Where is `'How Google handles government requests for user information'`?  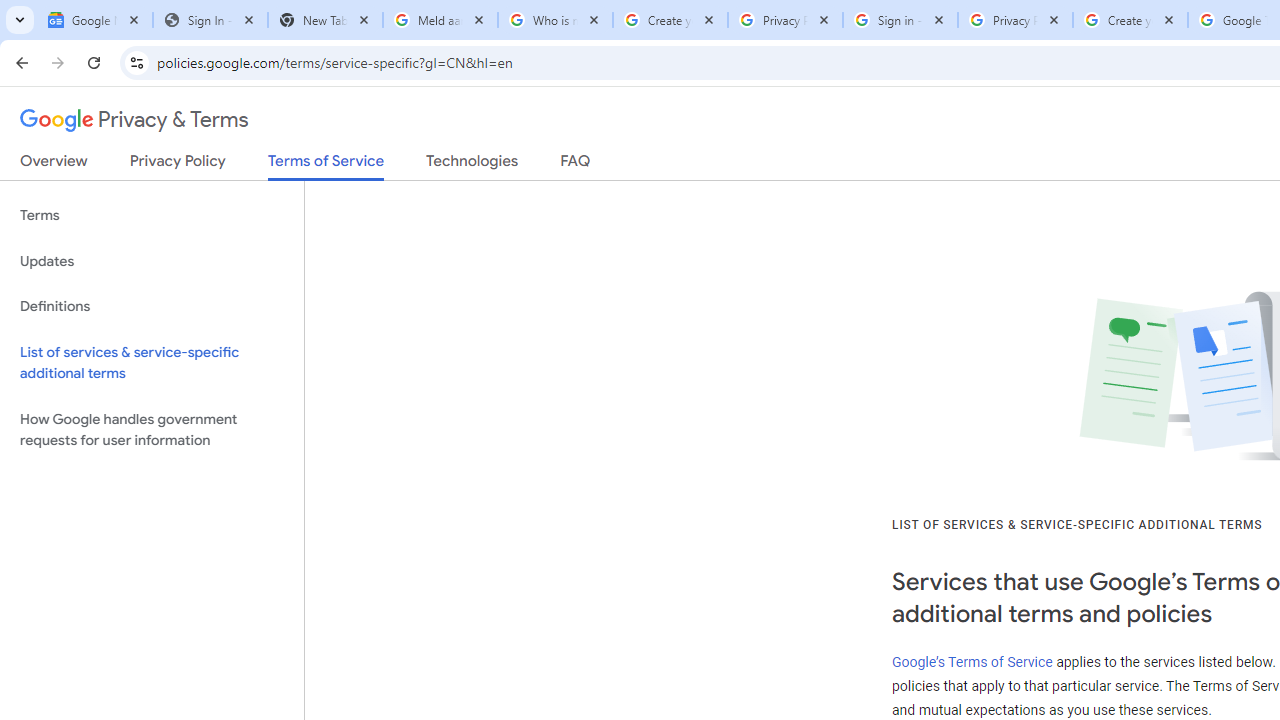 'How Google handles government requests for user information' is located at coordinates (151, 428).